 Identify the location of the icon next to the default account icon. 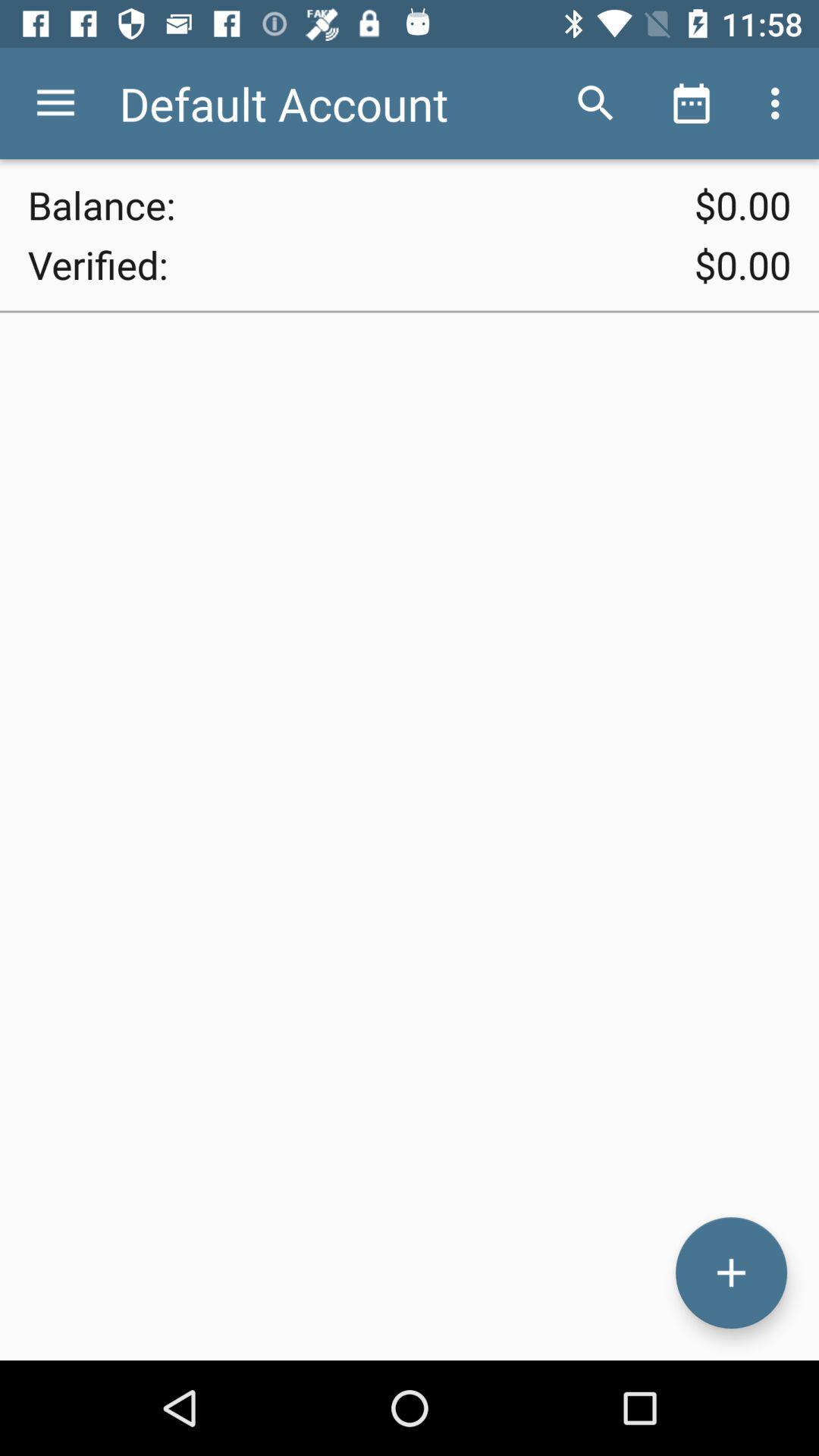
(55, 102).